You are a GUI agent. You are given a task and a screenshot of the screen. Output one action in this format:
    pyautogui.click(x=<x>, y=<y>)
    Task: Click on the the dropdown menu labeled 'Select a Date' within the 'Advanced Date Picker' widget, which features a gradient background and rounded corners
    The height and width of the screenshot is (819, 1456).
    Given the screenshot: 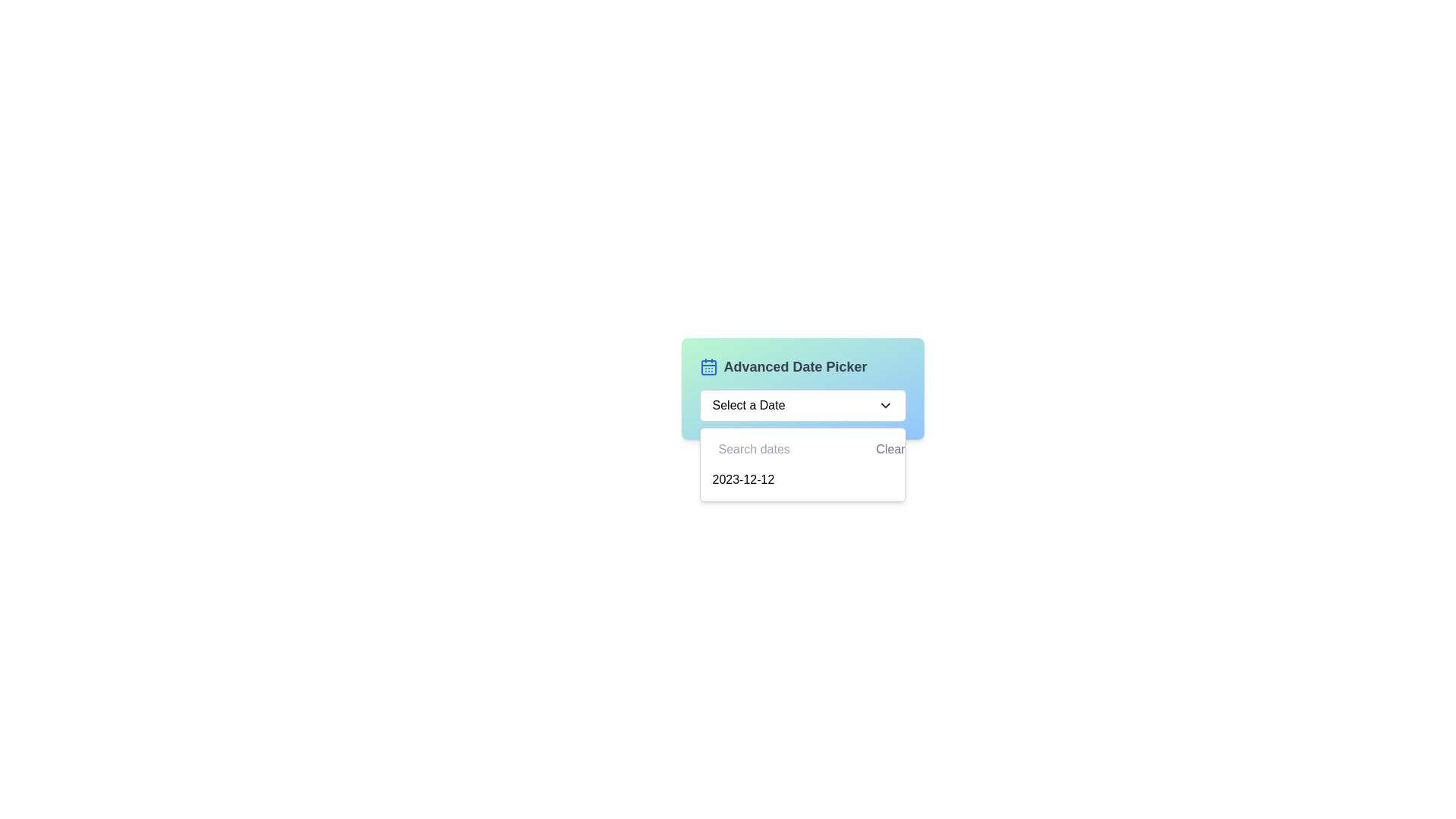 What is the action you would take?
    pyautogui.click(x=802, y=388)
    